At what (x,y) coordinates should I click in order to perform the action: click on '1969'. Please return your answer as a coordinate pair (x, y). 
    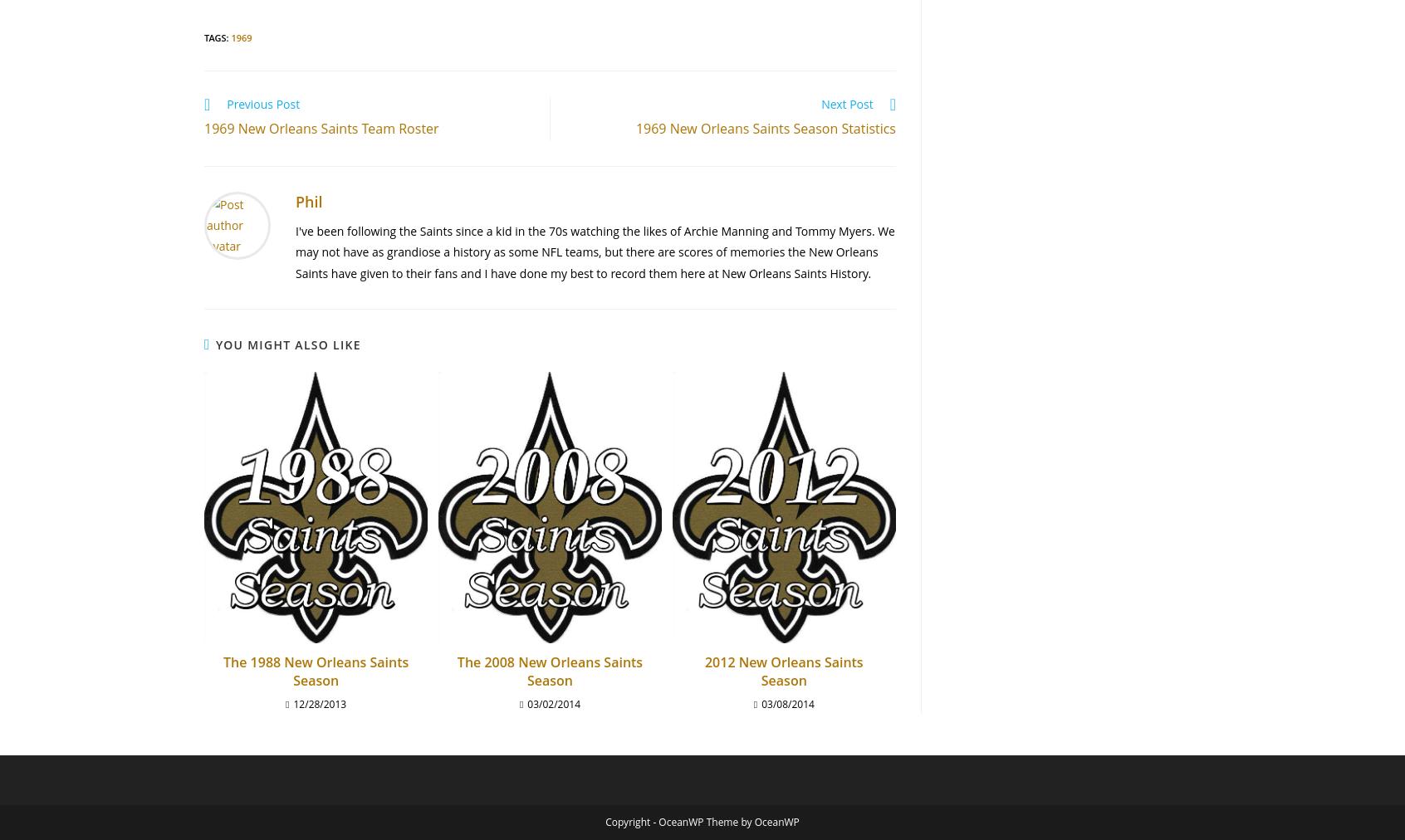
    Looking at the image, I should click on (230, 36).